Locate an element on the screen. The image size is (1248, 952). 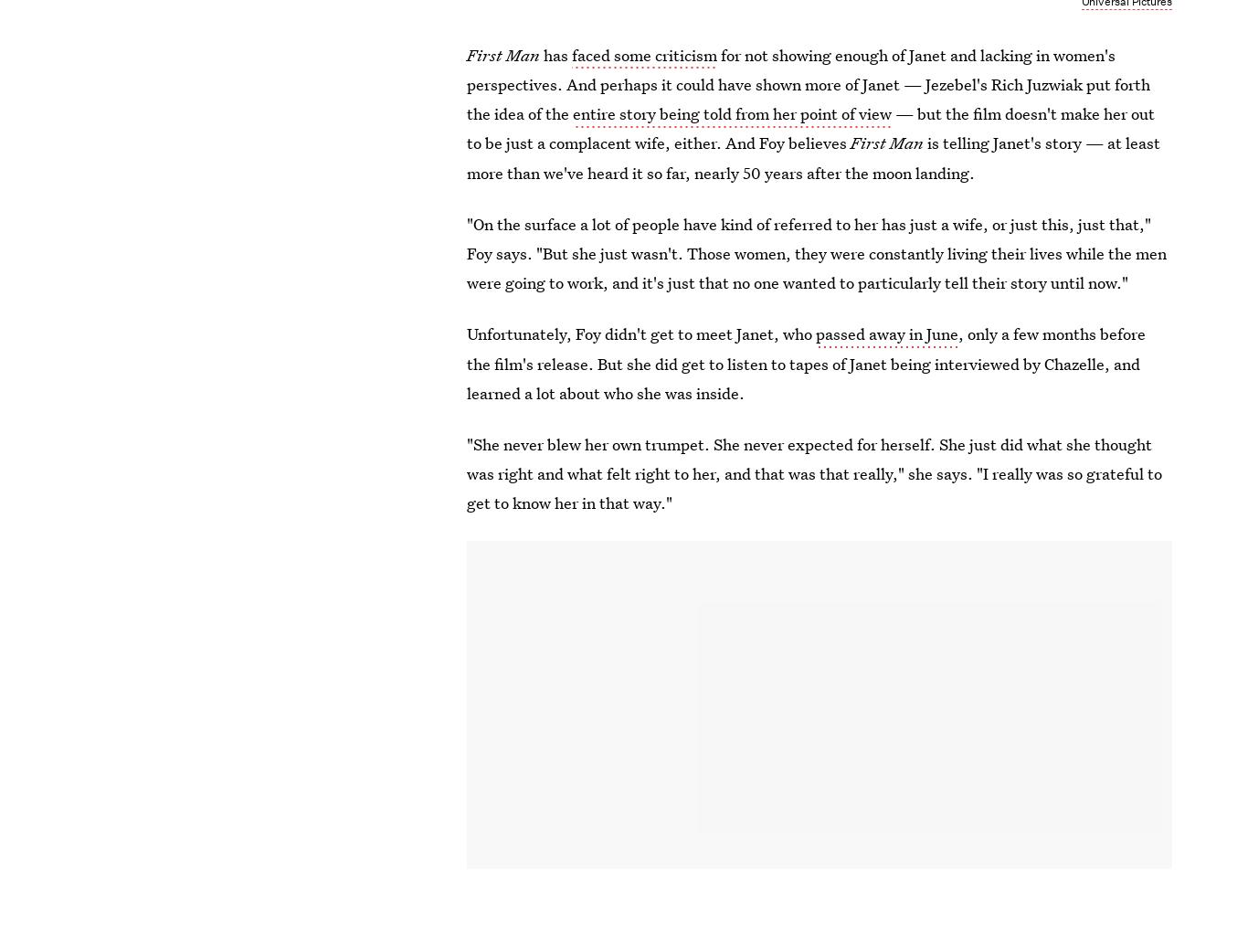
', only a few months before the film's release. But she did get to listen to tapes of Janet being interviewed by Chazelle, and learned a lot about who she was inside.' is located at coordinates (805, 362).